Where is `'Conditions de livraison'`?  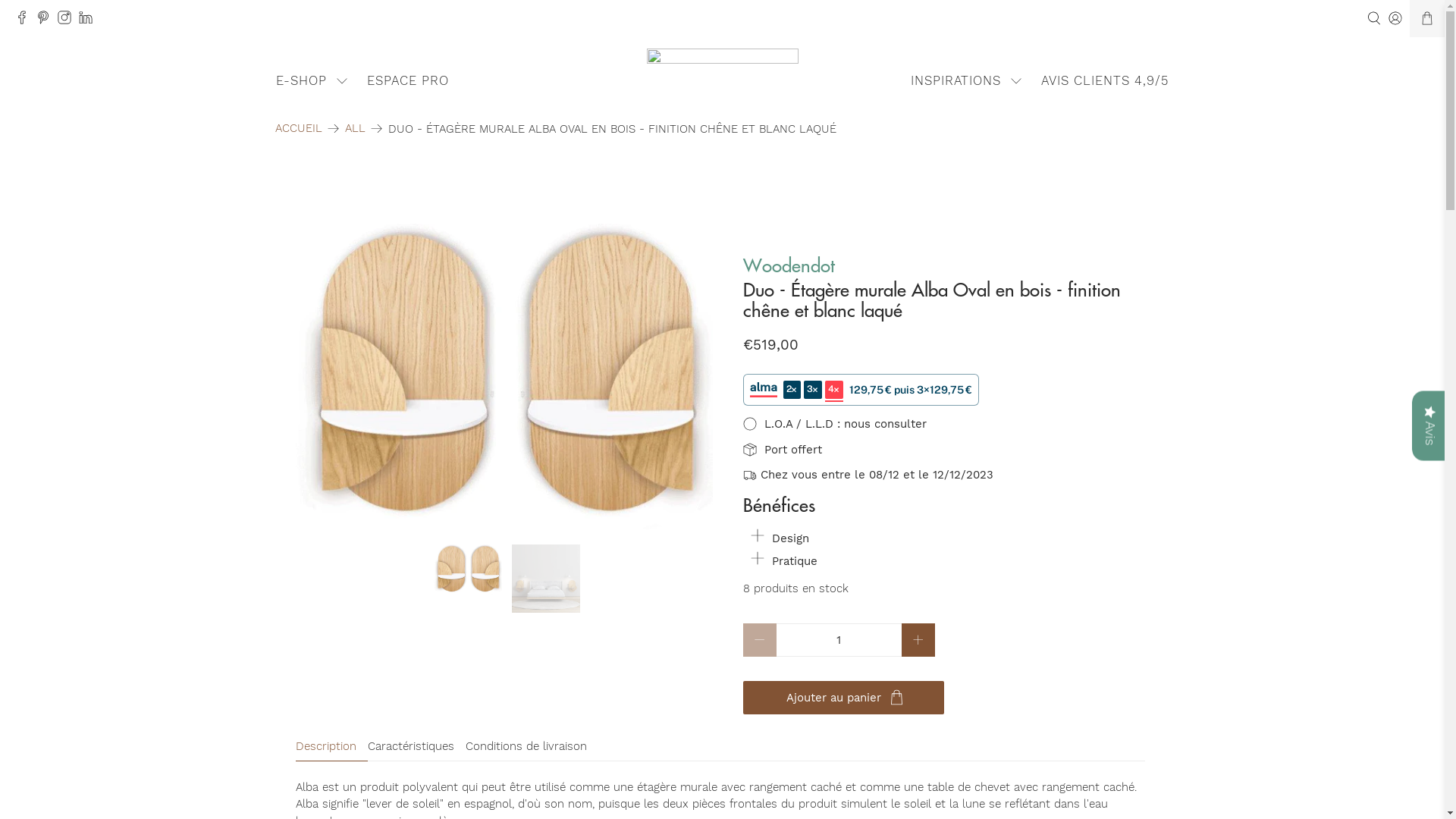 'Conditions de livraison' is located at coordinates (532, 746).